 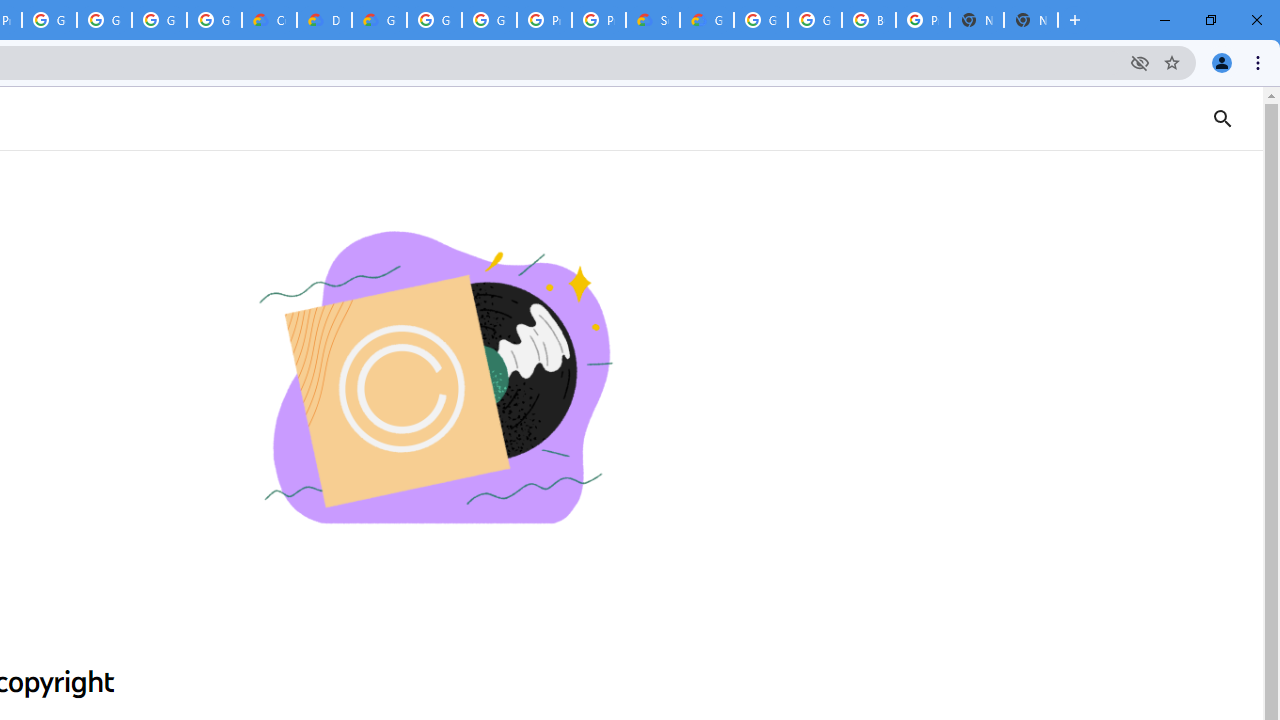 I want to click on 'Google Cloud Service Health', so click(x=706, y=20).